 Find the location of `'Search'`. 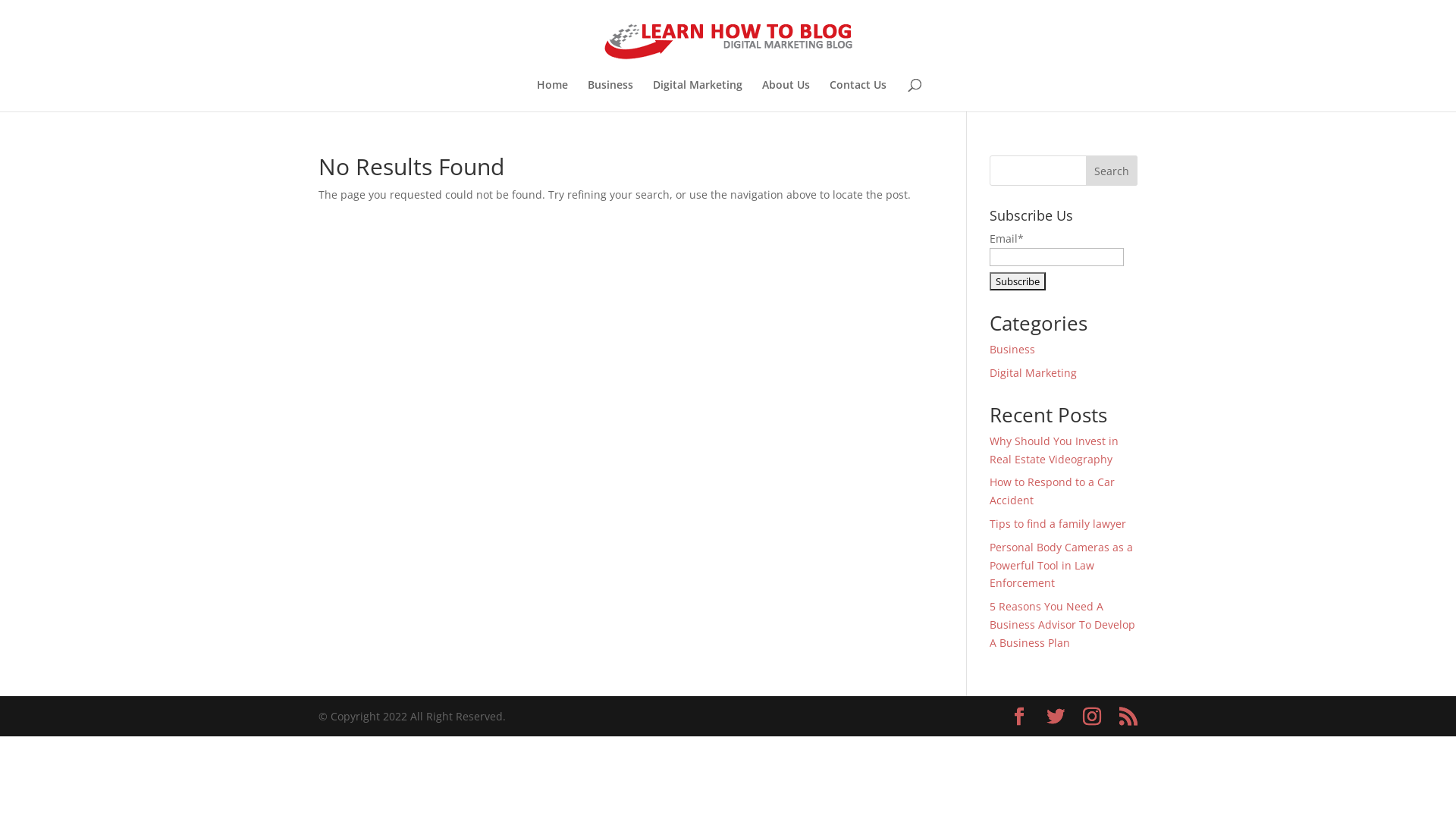

'Search' is located at coordinates (1111, 170).